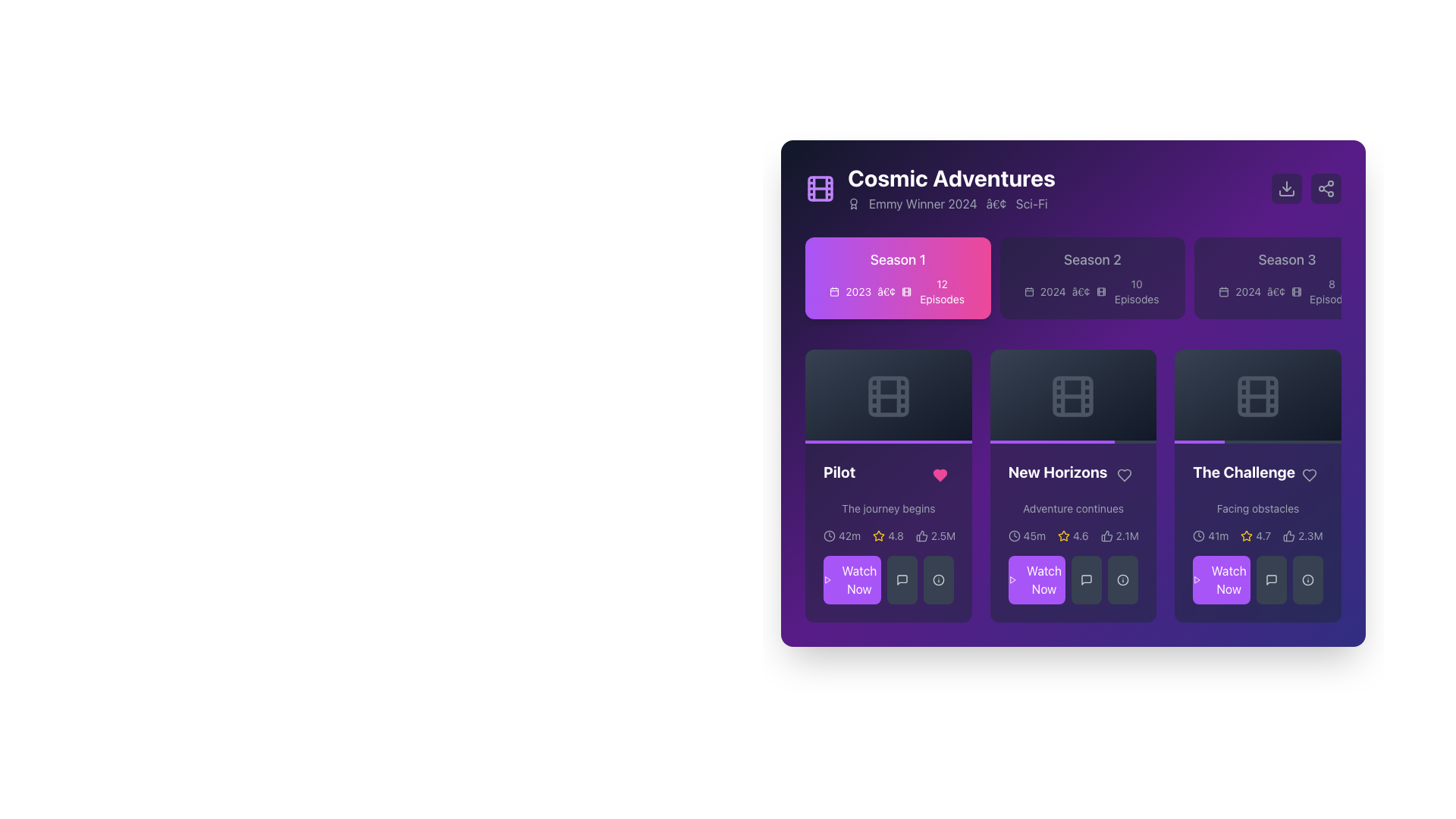  Describe the element at coordinates (1072, 441) in the screenshot. I see `the progress of the horizontal progress bar located at the bottom of the 'New Horizons' card, which features a light gray background and a purple foreground indicating progress` at that location.